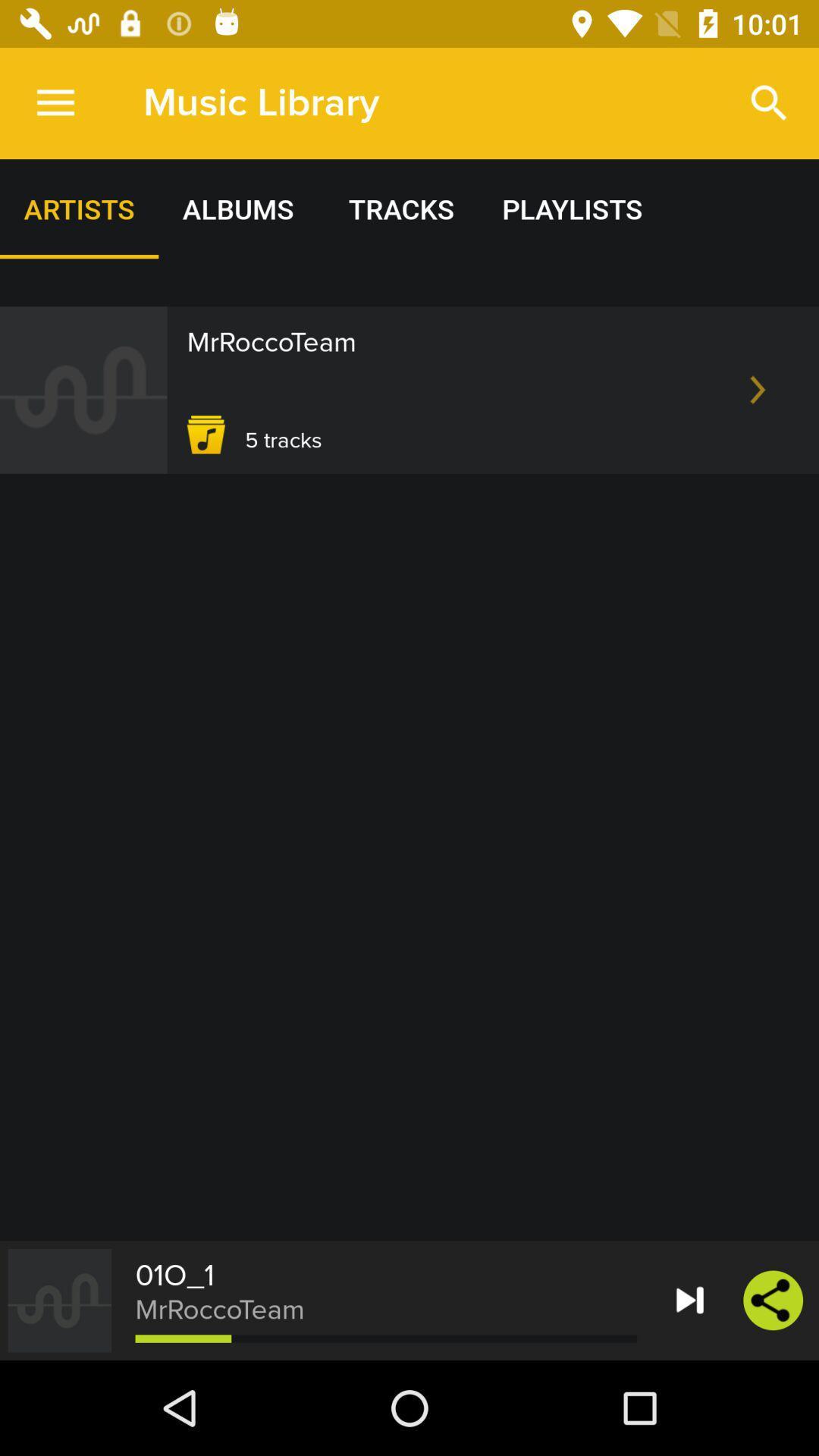  I want to click on the skip_next icon, so click(690, 1299).